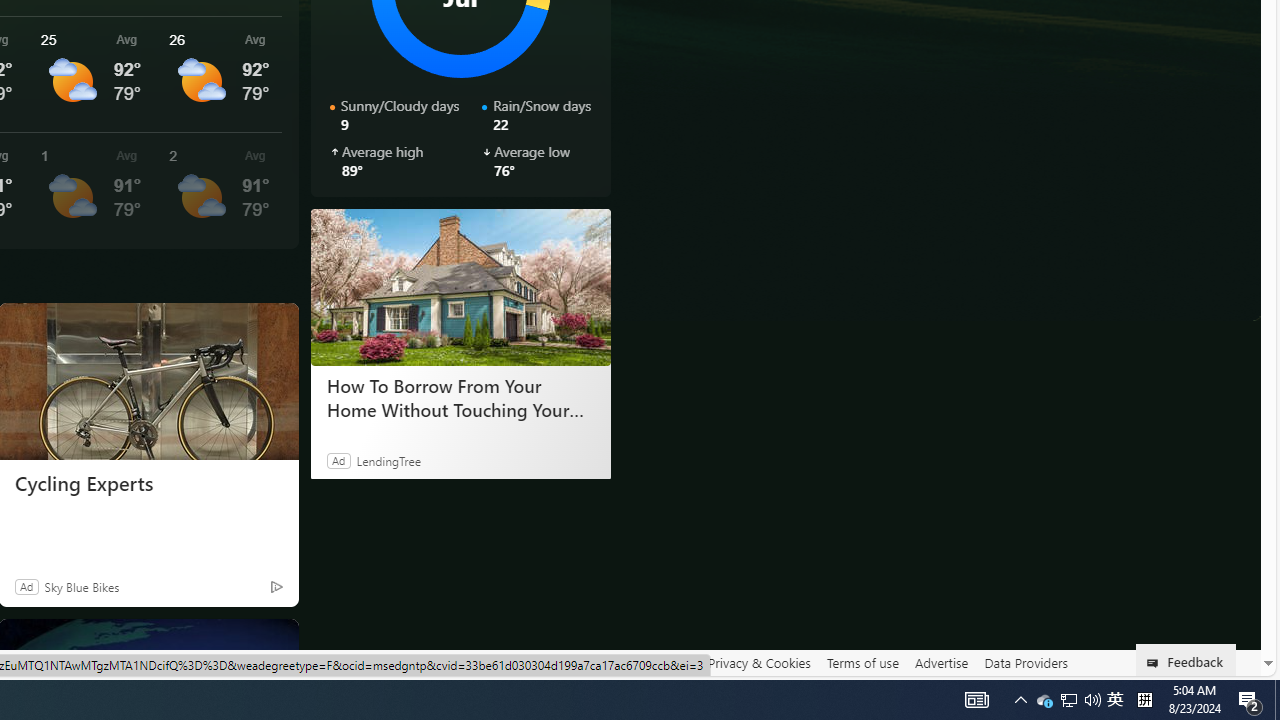 The height and width of the screenshot is (720, 1280). What do you see at coordinates (221, 190) in the screenshot?
I see `'See More Details'` at bounding box center [221, 190].